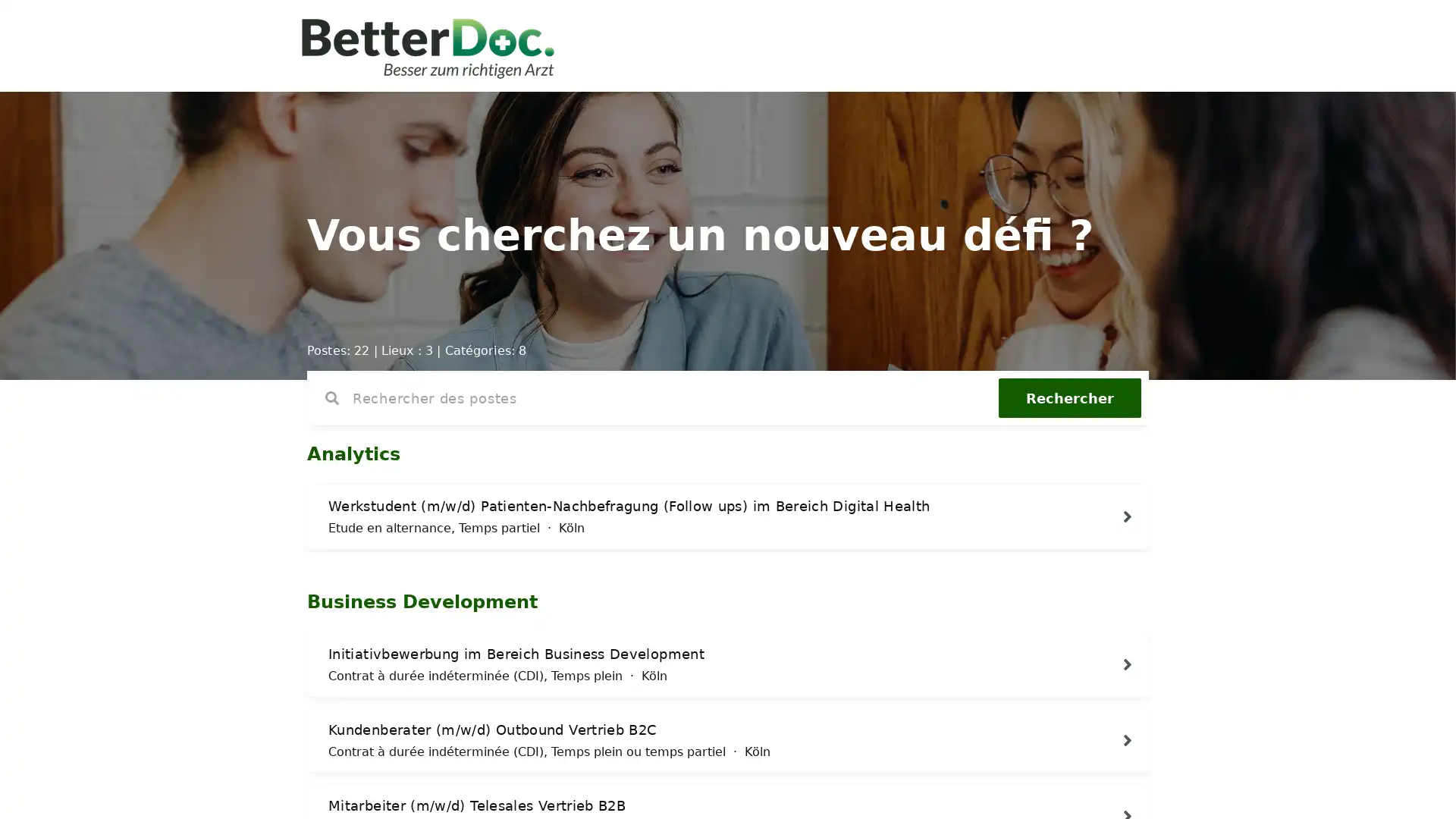 This screenshot has width=1456, height=819. What do you see at coordinates (1069, 397) in the screenshot?
I see `Rechercher` at bounding box center [1069, 397].